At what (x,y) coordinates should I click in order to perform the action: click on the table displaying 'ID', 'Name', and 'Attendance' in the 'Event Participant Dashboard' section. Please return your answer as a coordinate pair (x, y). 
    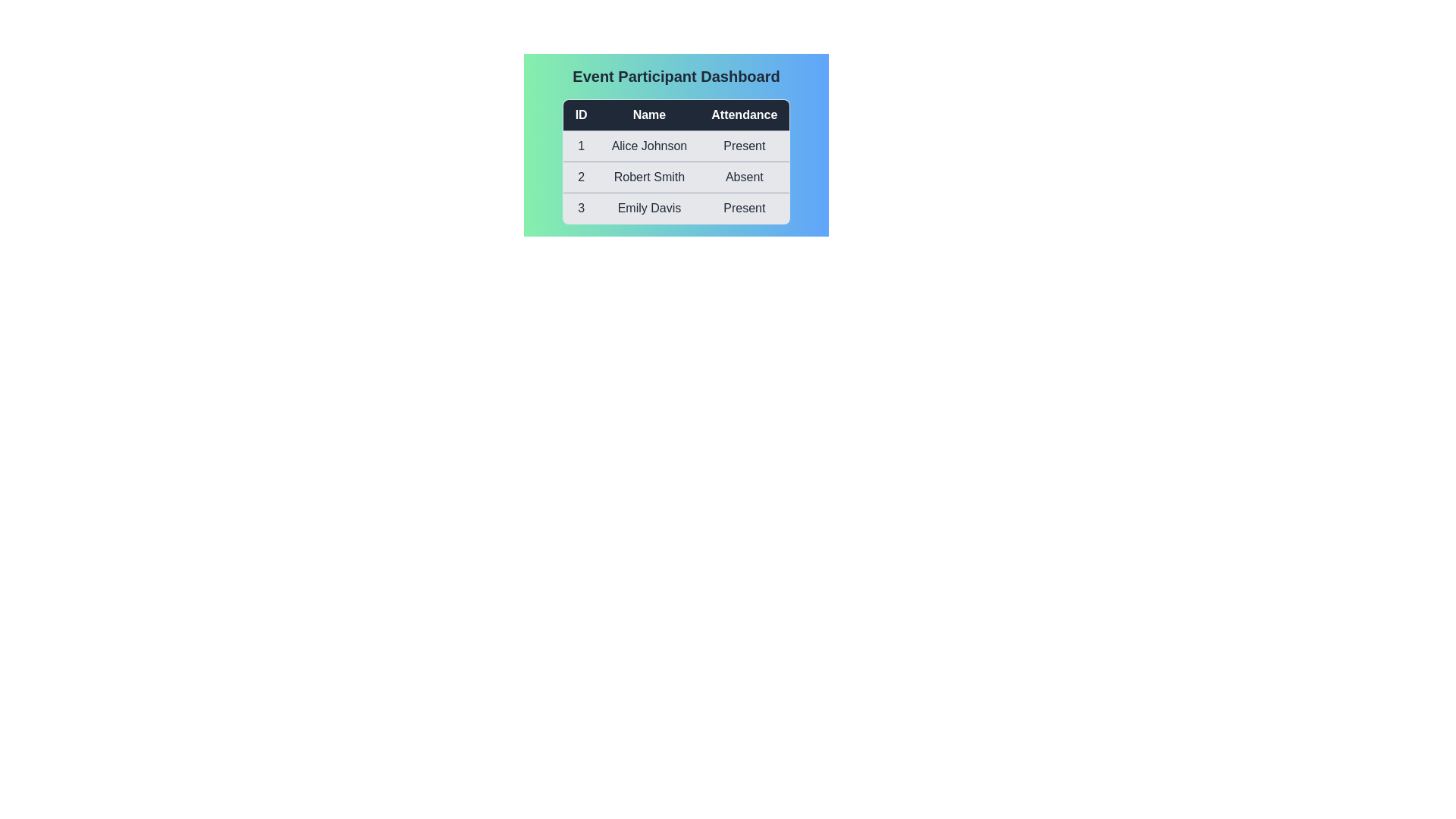
    Looking at the image, I should click on (676, 162).